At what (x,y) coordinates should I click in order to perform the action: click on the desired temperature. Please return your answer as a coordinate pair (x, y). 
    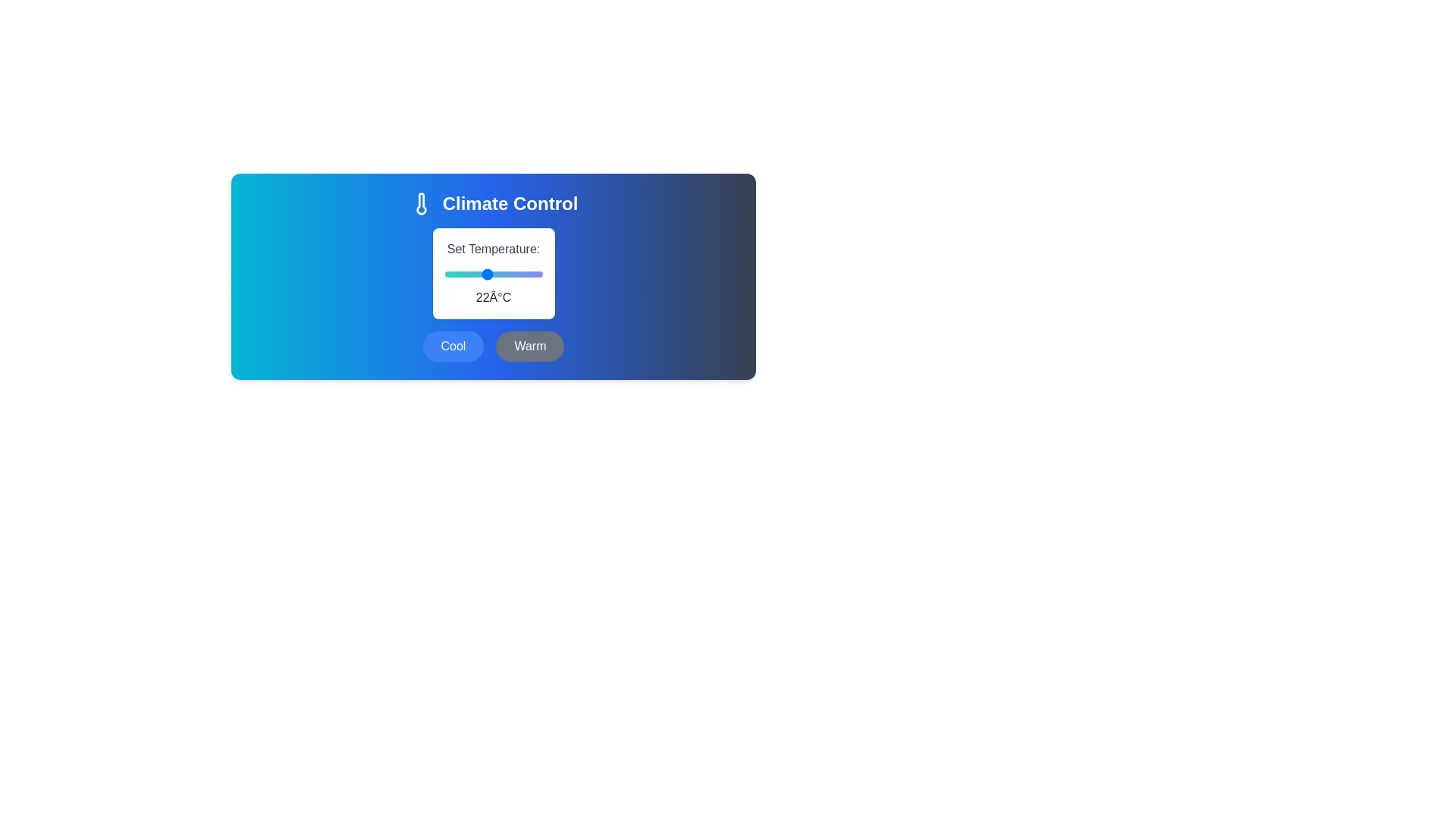
    Looking at the image, I should click on (450, 275).